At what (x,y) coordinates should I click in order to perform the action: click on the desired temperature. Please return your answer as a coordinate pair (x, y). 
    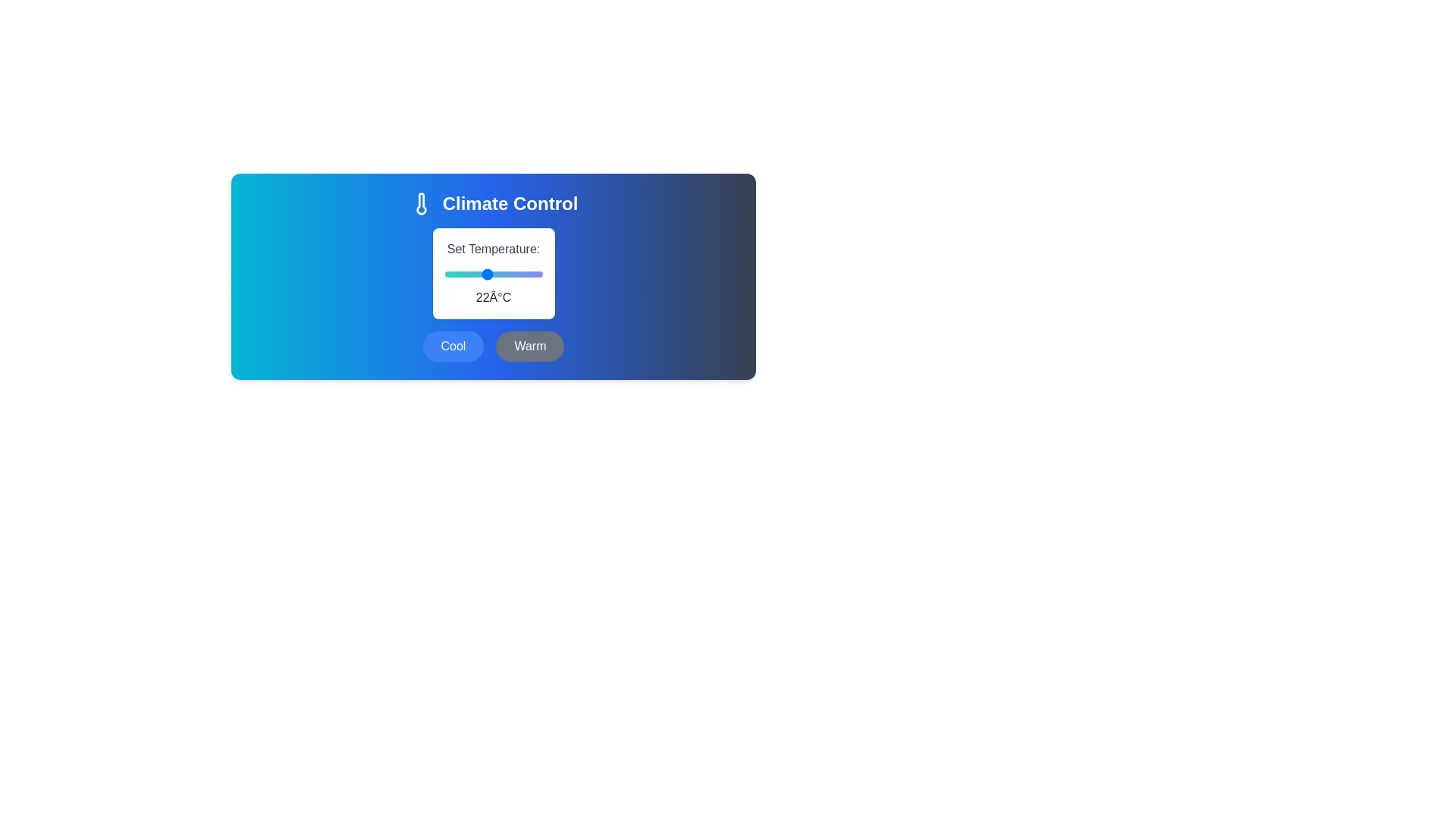
    Looking at the image, I should click on (450, 275).